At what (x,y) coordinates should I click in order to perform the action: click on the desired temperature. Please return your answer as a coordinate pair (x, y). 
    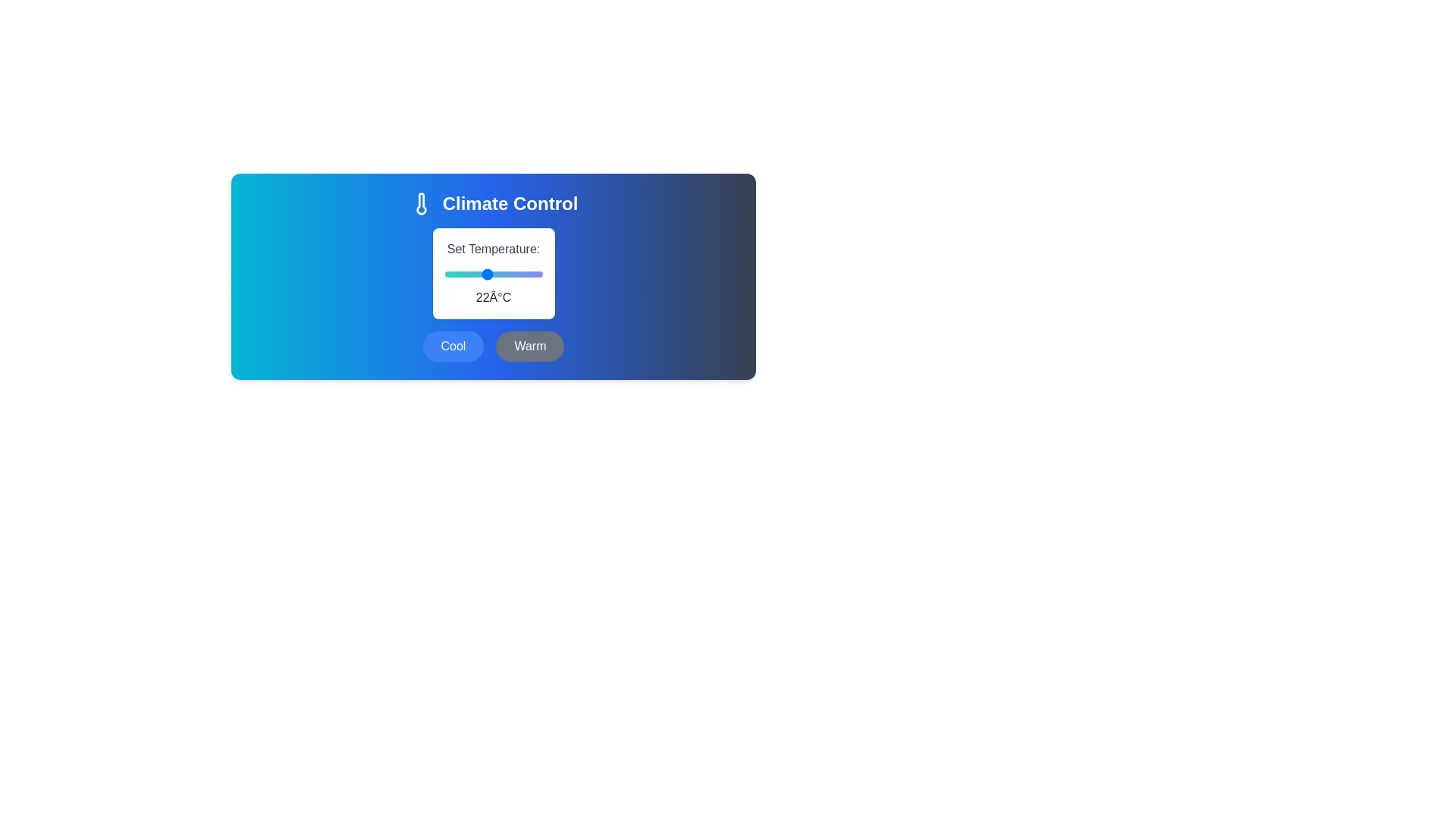
    Looking at the image, I should click on (450, 275).